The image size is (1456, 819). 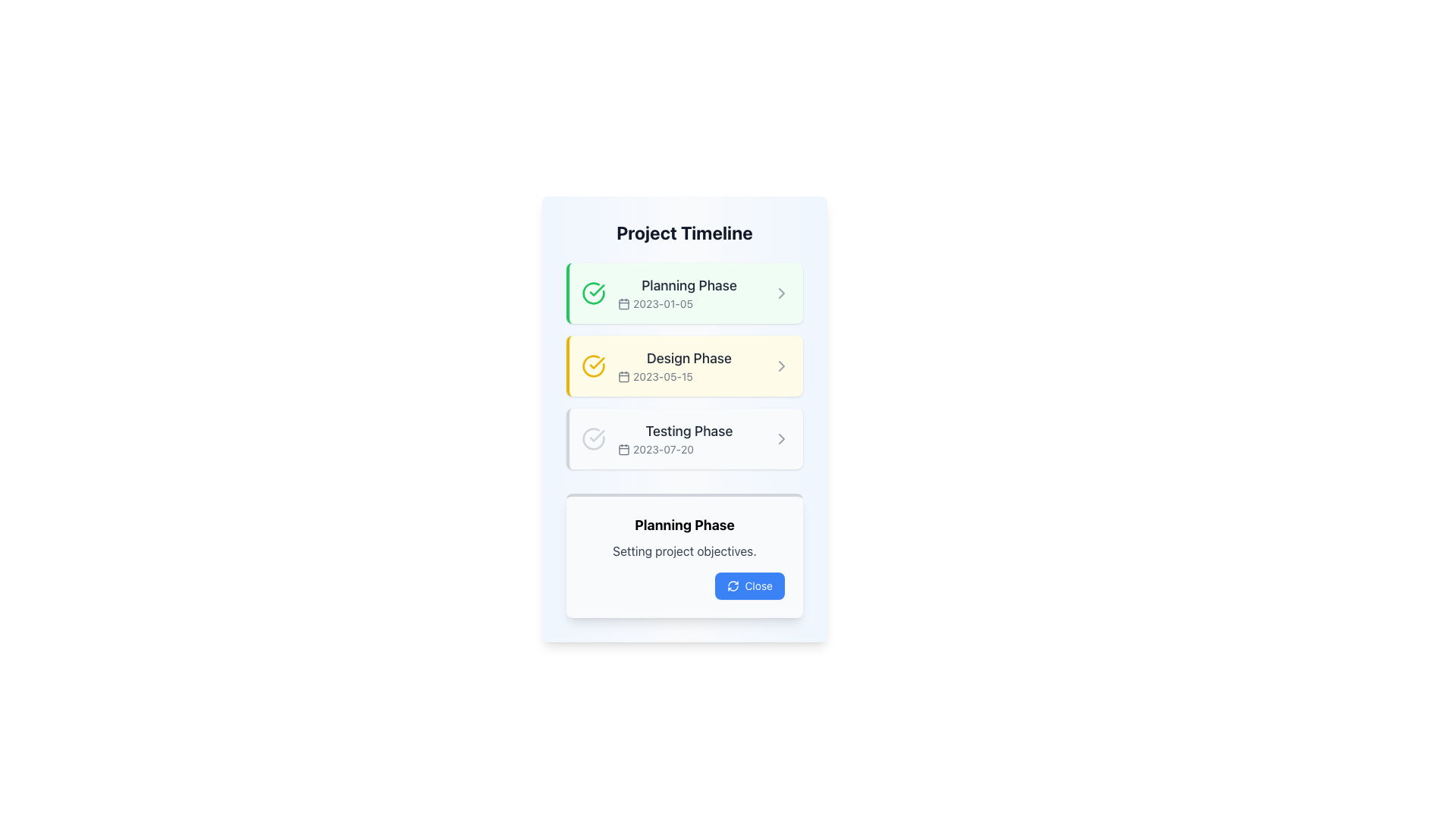 I want to click on the circular arrow icon that is styled in an outline format, located to the left of the text 'Close' within the 'Close' button in the bottom-right of the interface, so click(x=733, y=585).